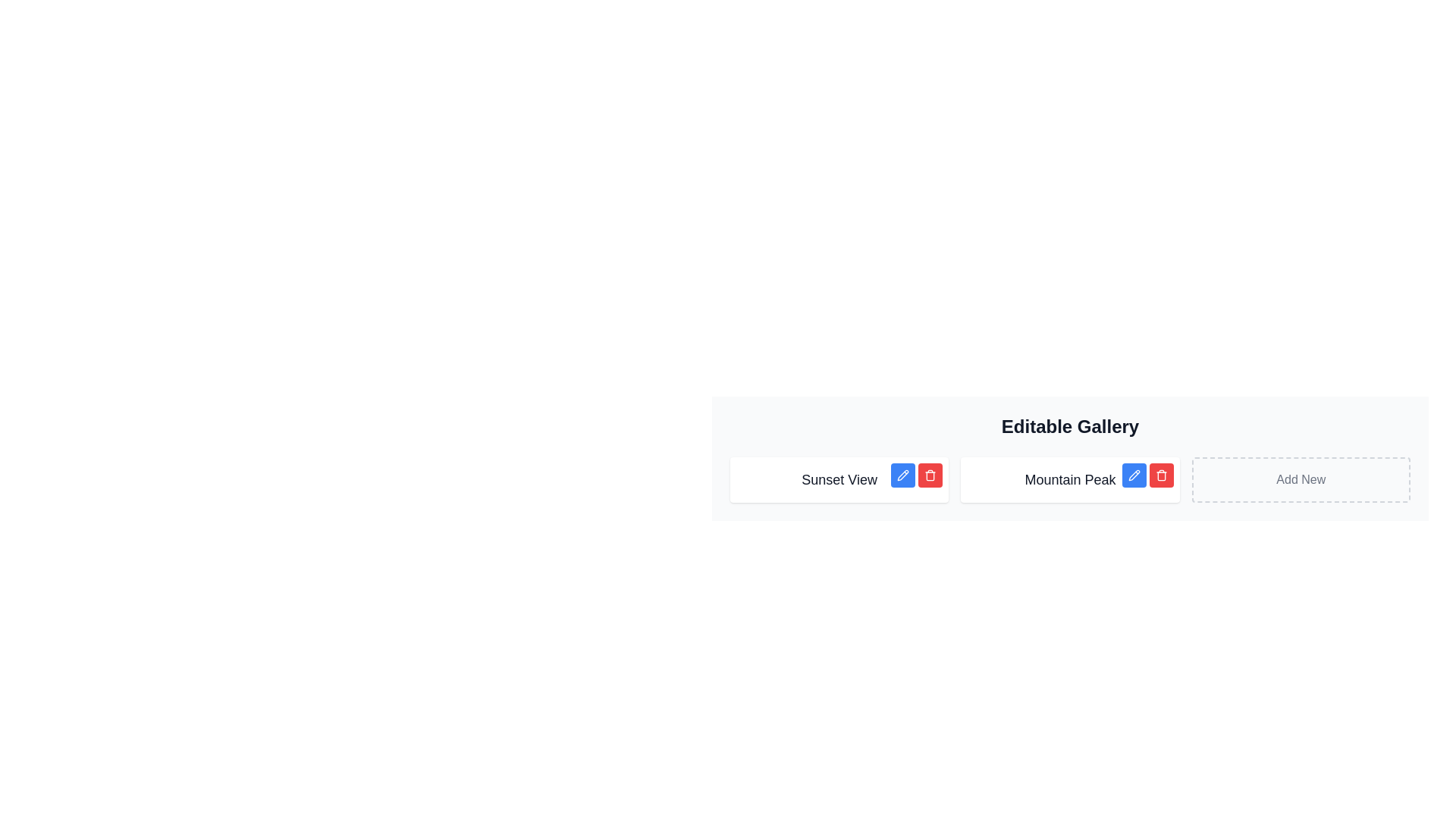 Image resolution: width=1456 pixels, height=819 pixels. Describe the element at coordinates (1134, 475) in the screenshot. I see `the pencil icon within the 'Mountain Peak' button in the Editable Gallery card` at that location.